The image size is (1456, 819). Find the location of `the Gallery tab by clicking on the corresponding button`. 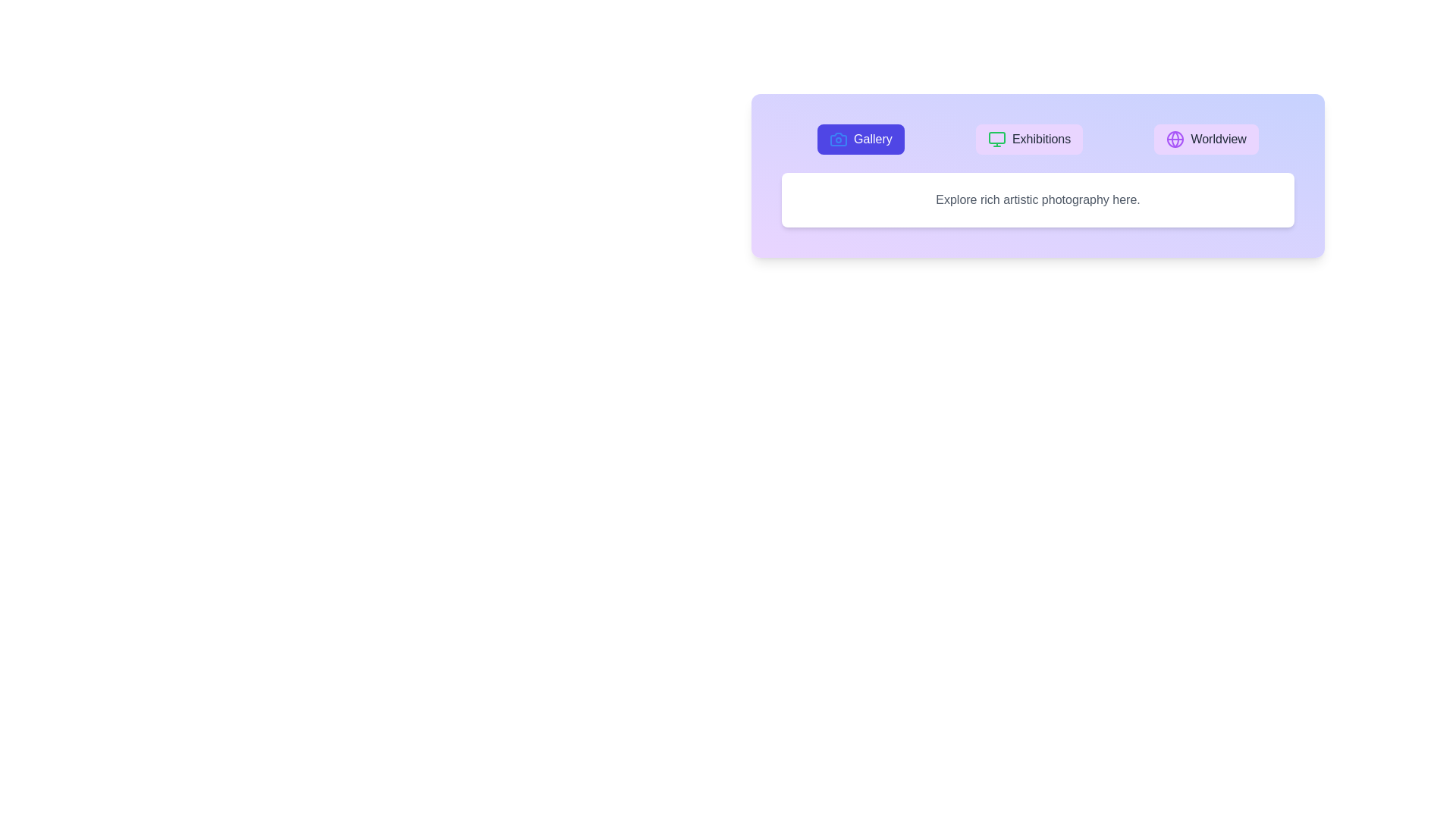

the Gallery tab by clicking on the corresponding button is located at coordinates (861, 140).